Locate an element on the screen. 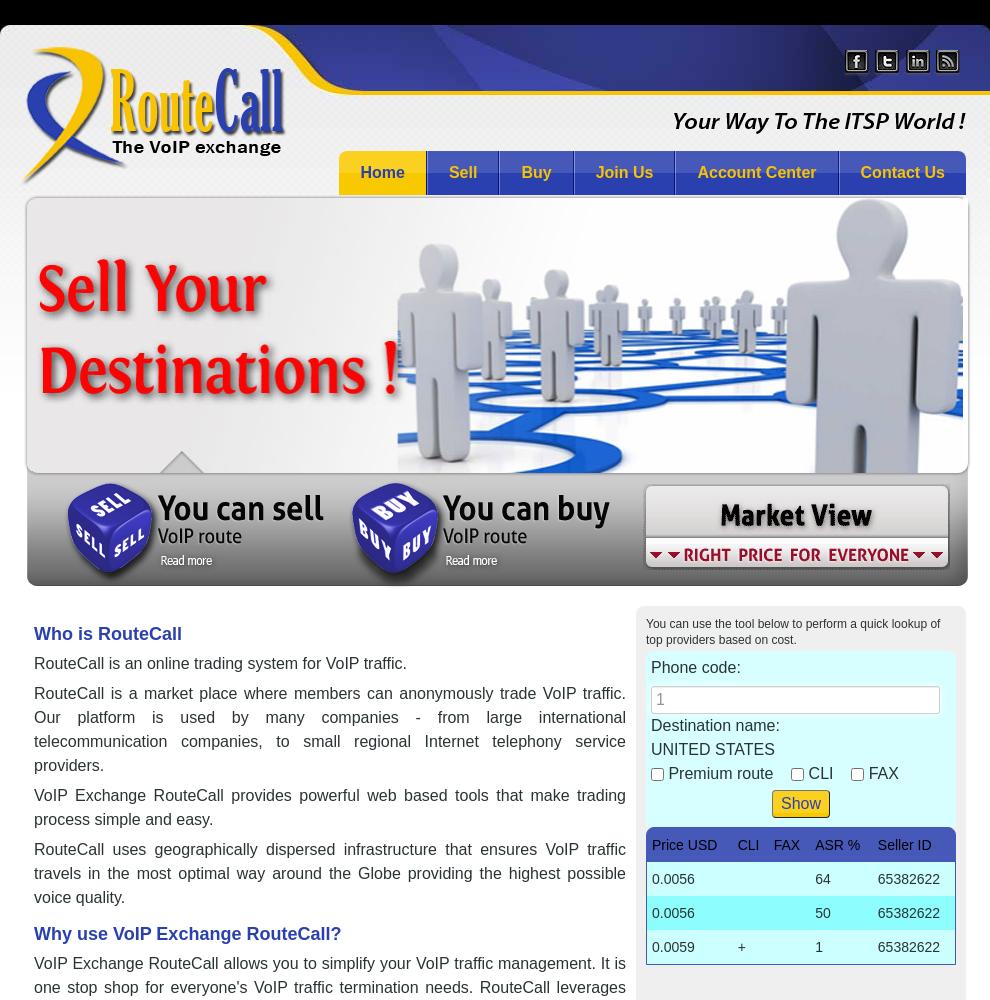  '50' is located at coordinates (821, 913).